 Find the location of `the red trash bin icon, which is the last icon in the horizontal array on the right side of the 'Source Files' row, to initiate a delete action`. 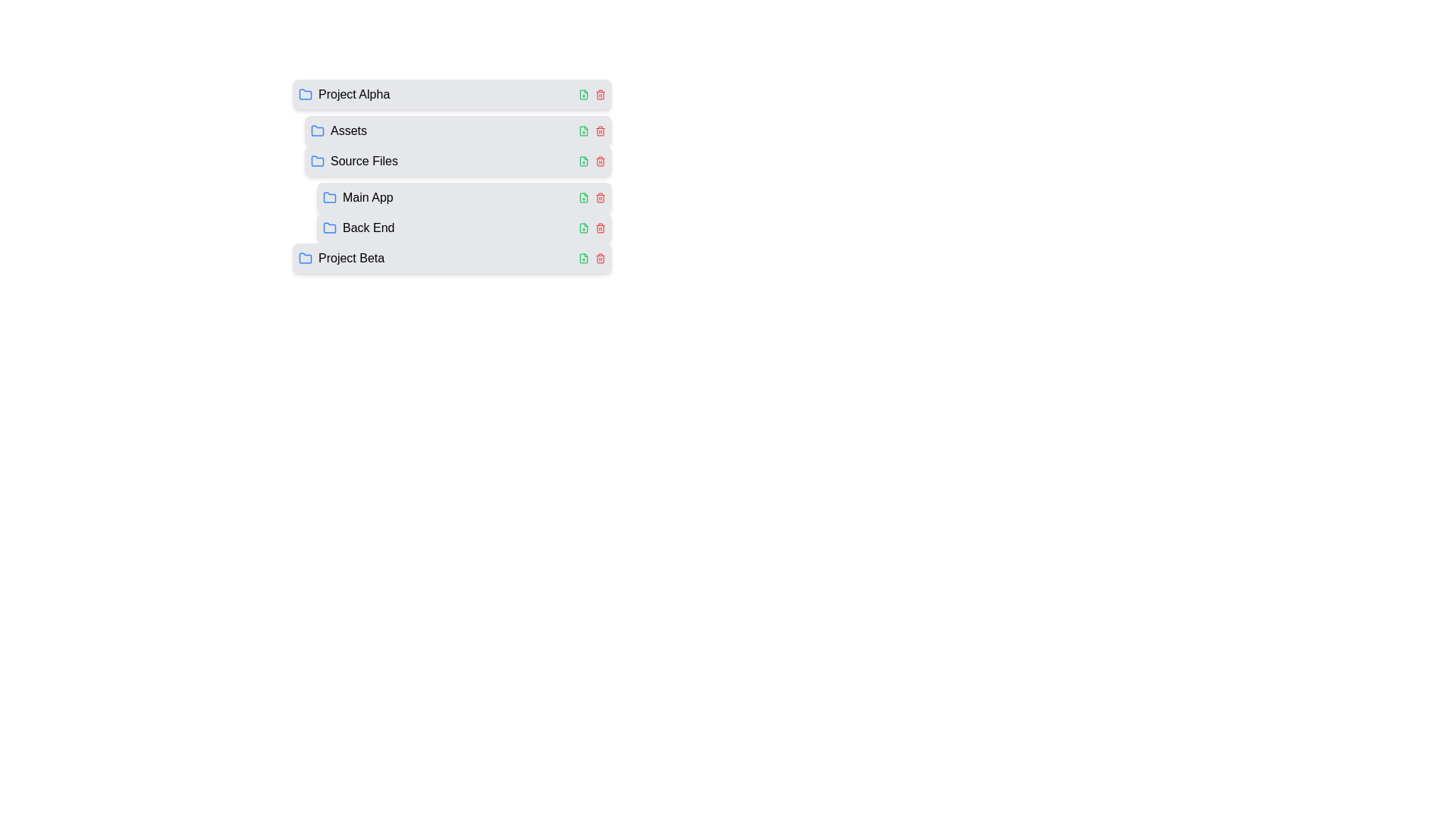

the red trash bin icon, which is the last icon in the horizontal array on the right side of the 'Source Files' row, to initiate a delete action is located at coordinates (600, 161).